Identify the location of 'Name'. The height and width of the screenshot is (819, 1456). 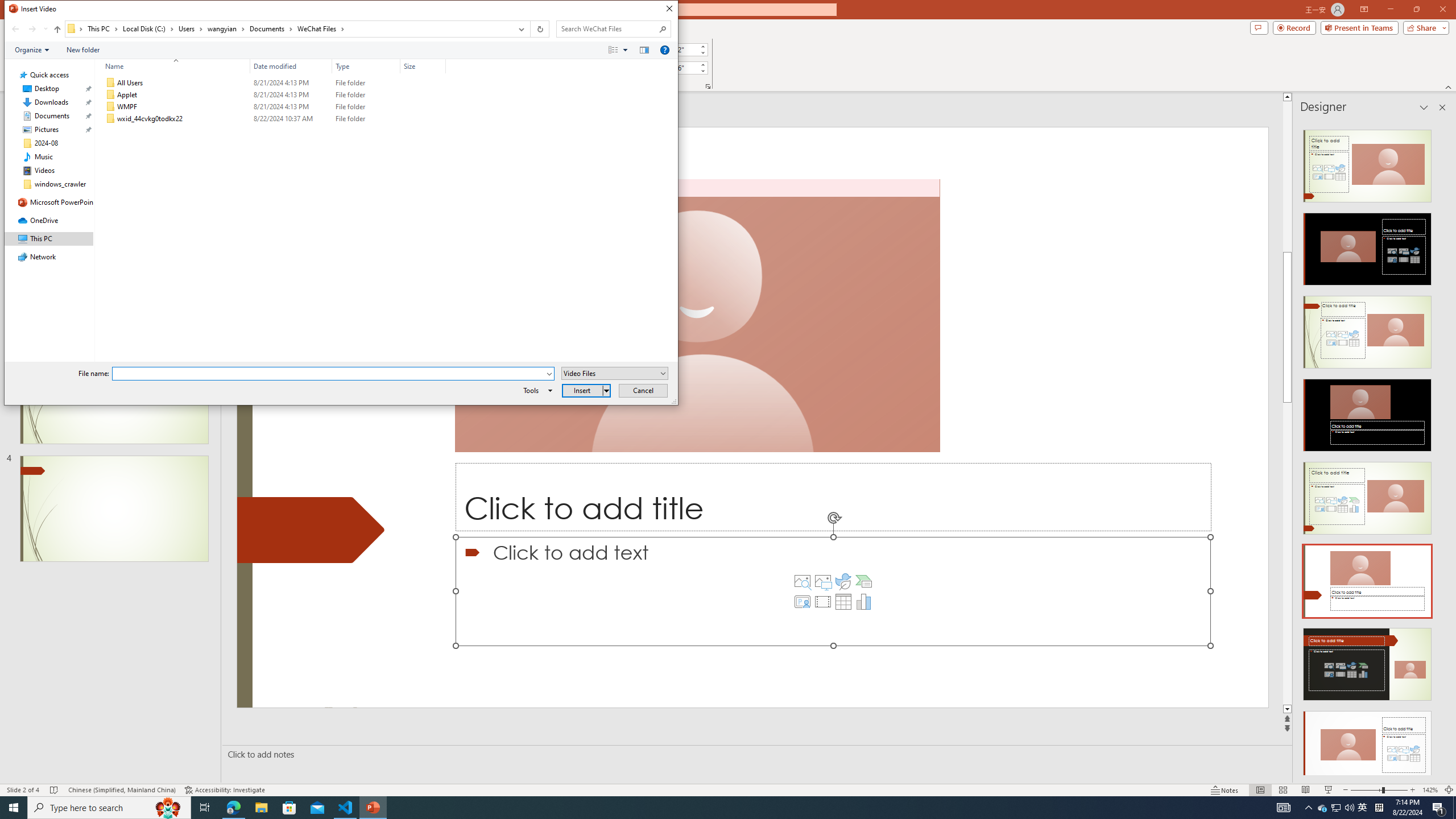
(183, 118).